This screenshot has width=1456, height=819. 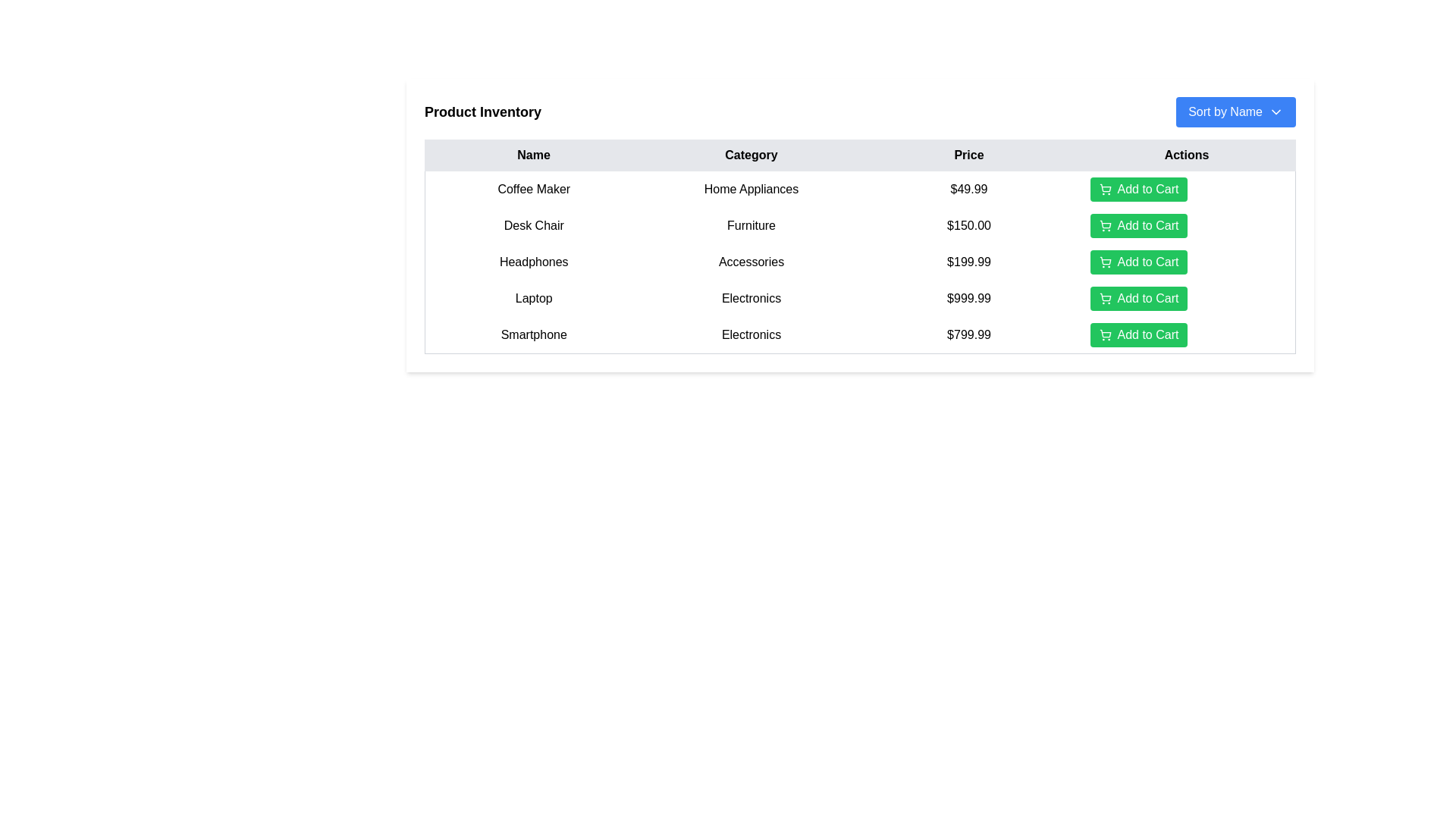 What do you see at coordinates (1105, 225) in the screenshot?
I see `the icon that indicates adding the 'Desk Chair' product to the shopping cart, located to the left of the green 'Add to Cart' button in the 'Actions' column` at bounding box center [1105, 225].